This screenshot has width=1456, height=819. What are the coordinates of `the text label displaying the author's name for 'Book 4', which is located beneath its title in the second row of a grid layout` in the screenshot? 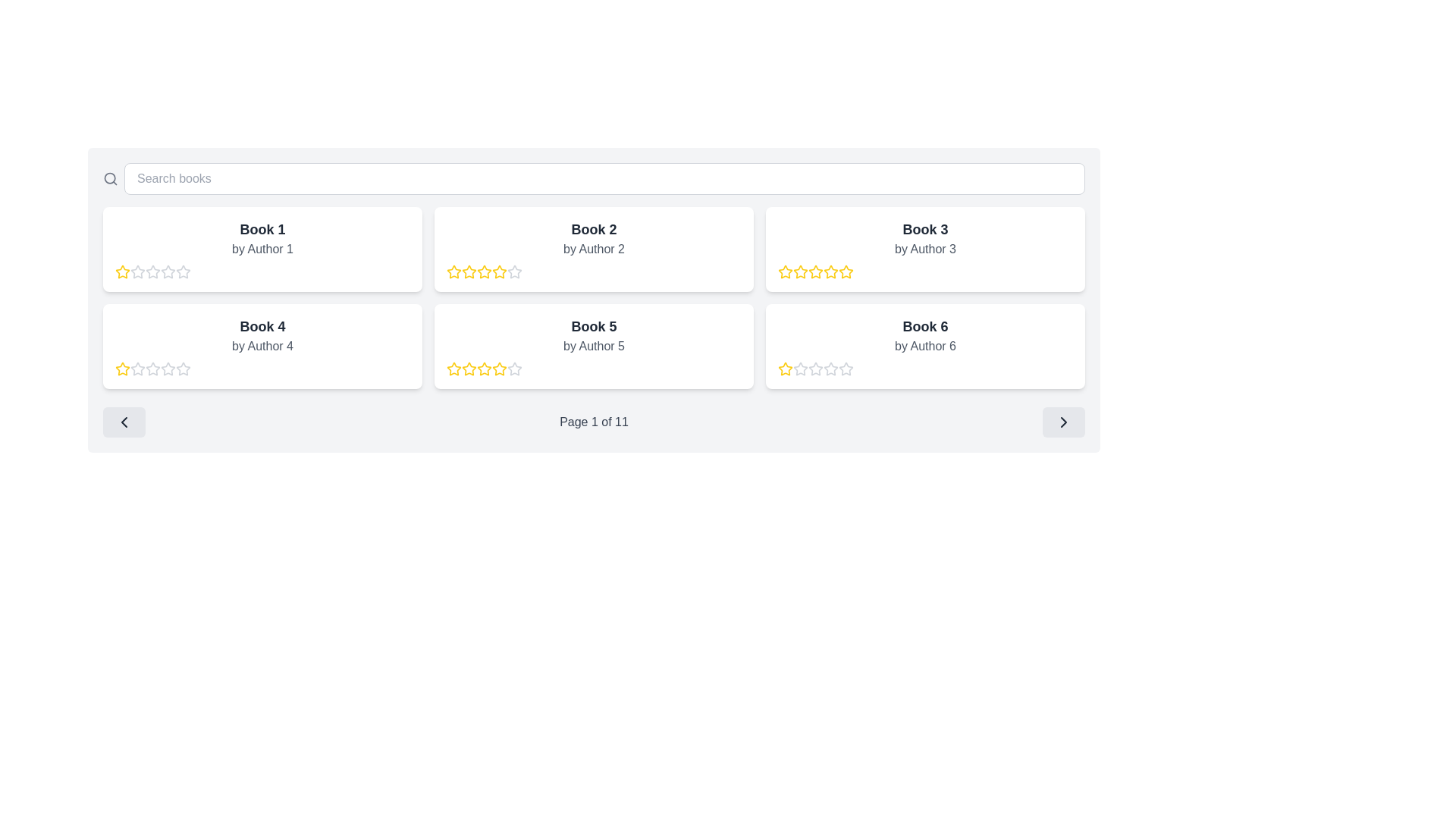 It's located at (262, 346).